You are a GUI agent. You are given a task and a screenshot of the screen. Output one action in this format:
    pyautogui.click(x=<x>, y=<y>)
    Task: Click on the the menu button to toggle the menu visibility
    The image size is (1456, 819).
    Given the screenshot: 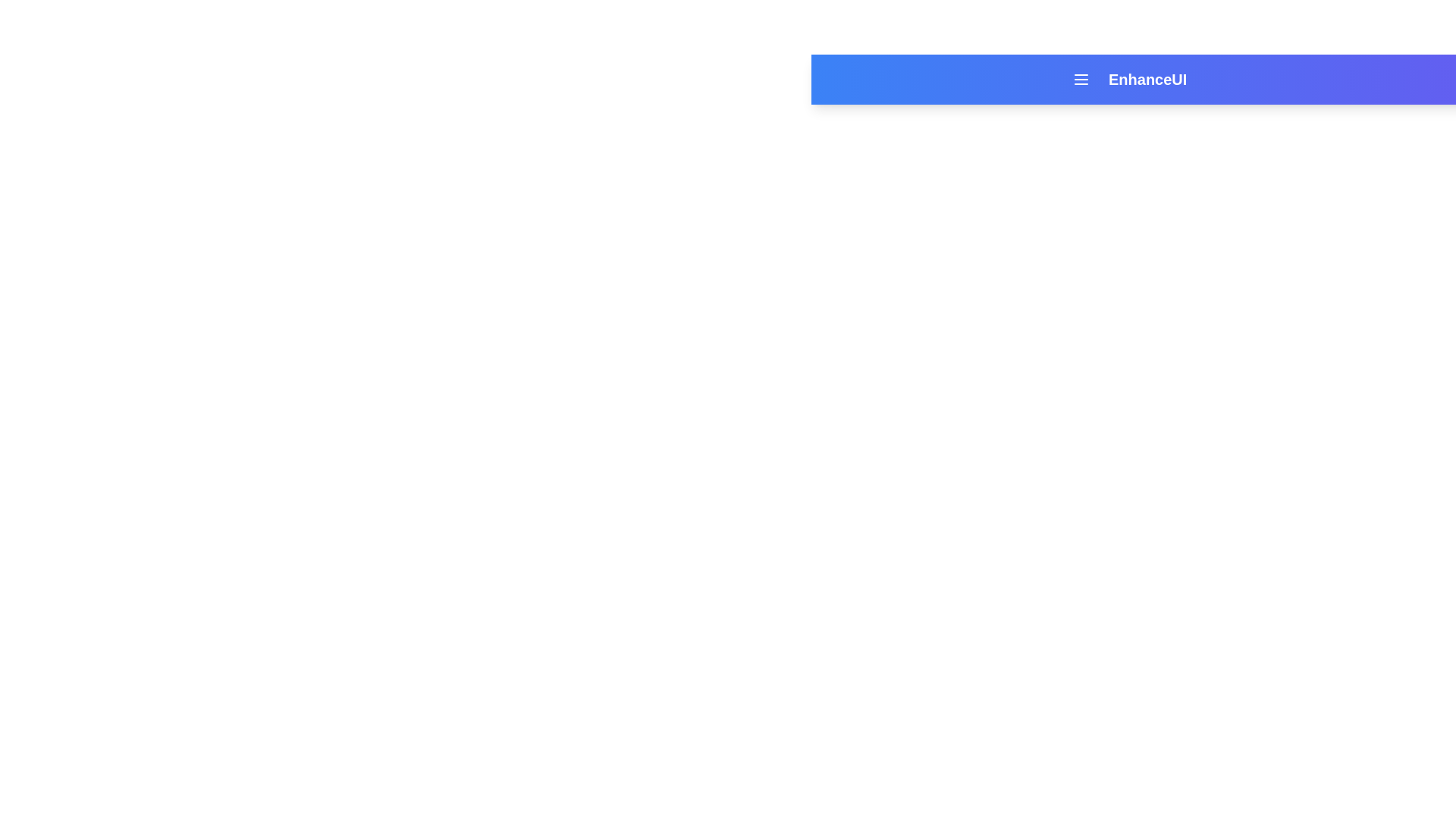 What is the action you would take?
    pyautogui.click(x=1080, y=79)
    